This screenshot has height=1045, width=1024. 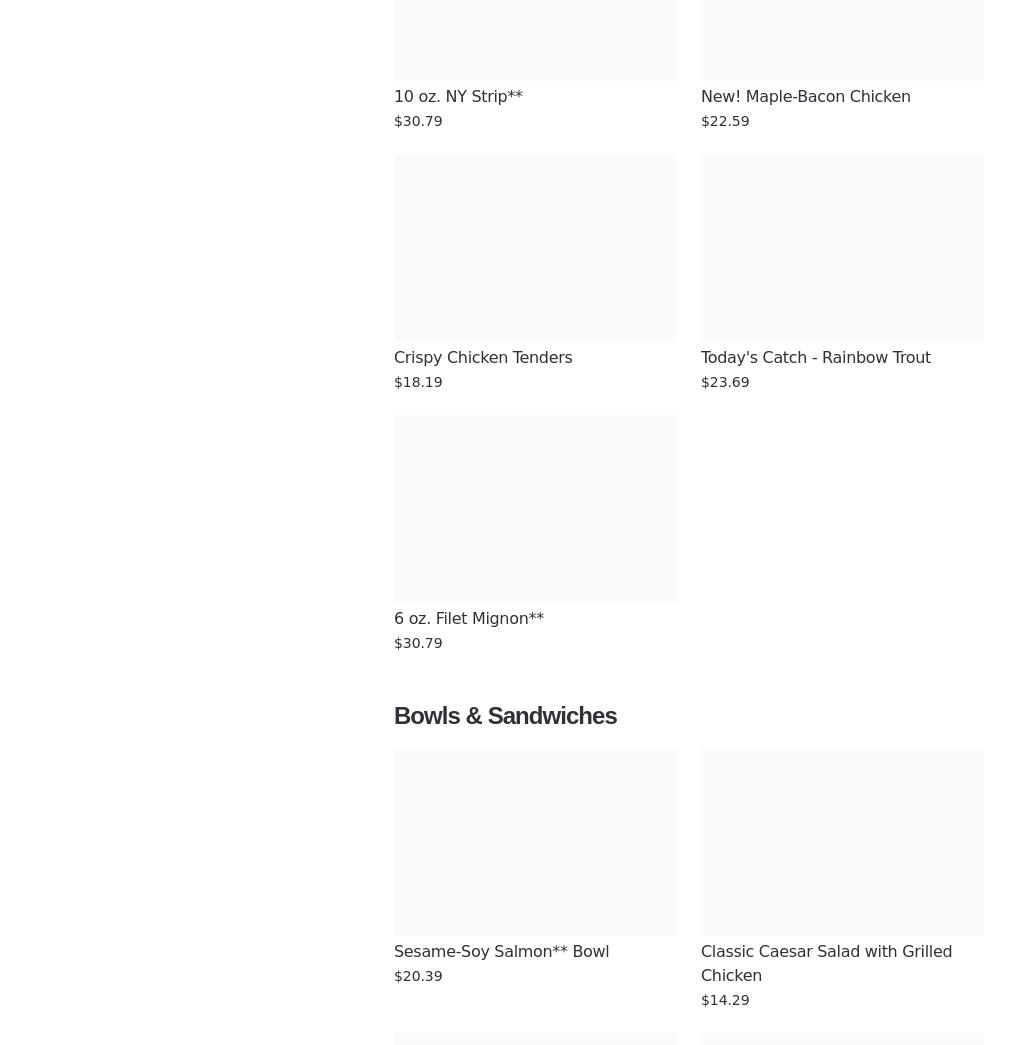 I want to click on '10 oz. NY Strip**', so click(x=458, y=96).